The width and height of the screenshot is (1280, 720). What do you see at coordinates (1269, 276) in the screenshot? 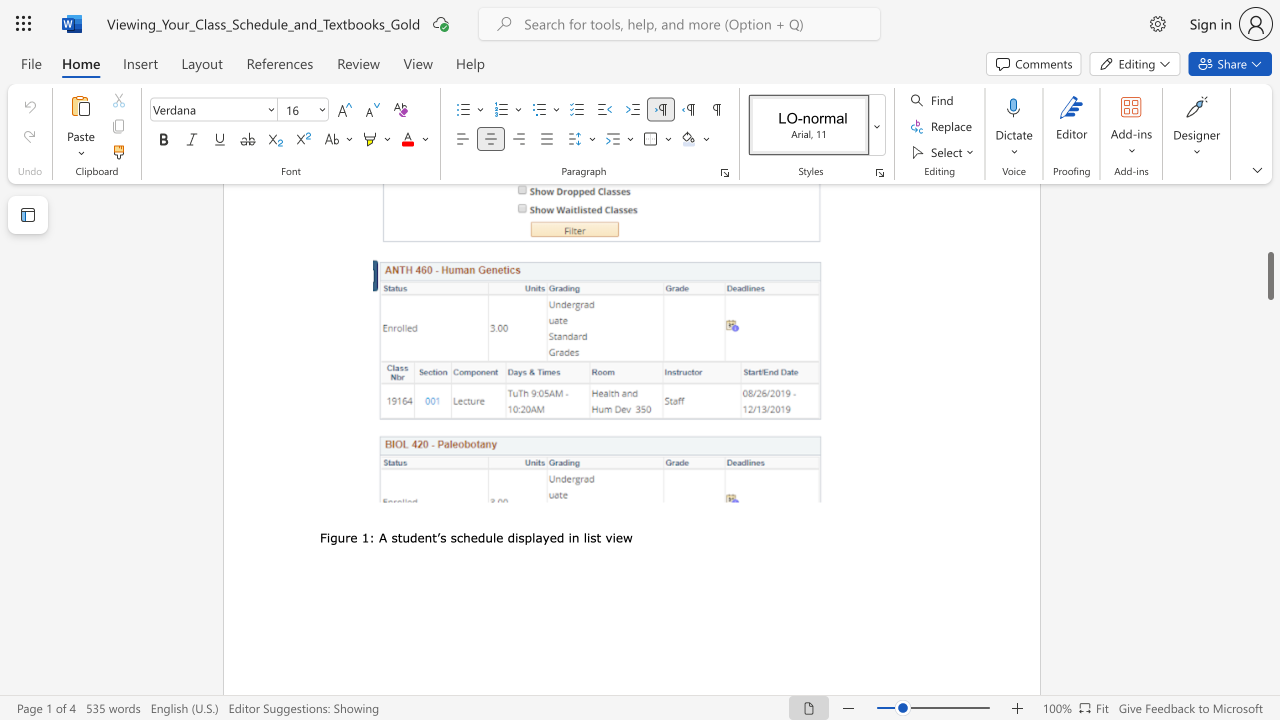
I see `the scrollbar and move up 180 pixels` at bounding box center [1269, 276].